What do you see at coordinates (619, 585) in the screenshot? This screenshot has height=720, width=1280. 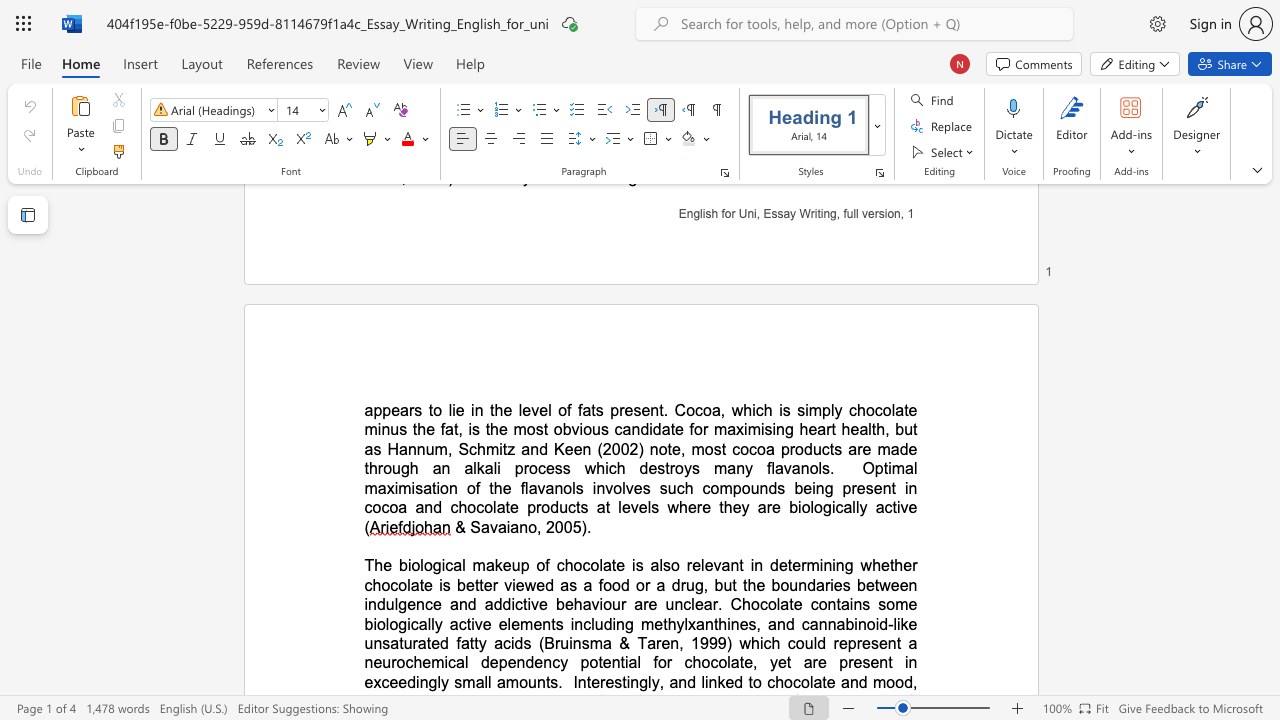 I see `the subset text "d or a d" within the text "whether chocolate is better viewed as a food or a drug, but the boundaries between indulgence and addictive behaviour are unclear. Chocolate"` at bounding box center [619, 585].